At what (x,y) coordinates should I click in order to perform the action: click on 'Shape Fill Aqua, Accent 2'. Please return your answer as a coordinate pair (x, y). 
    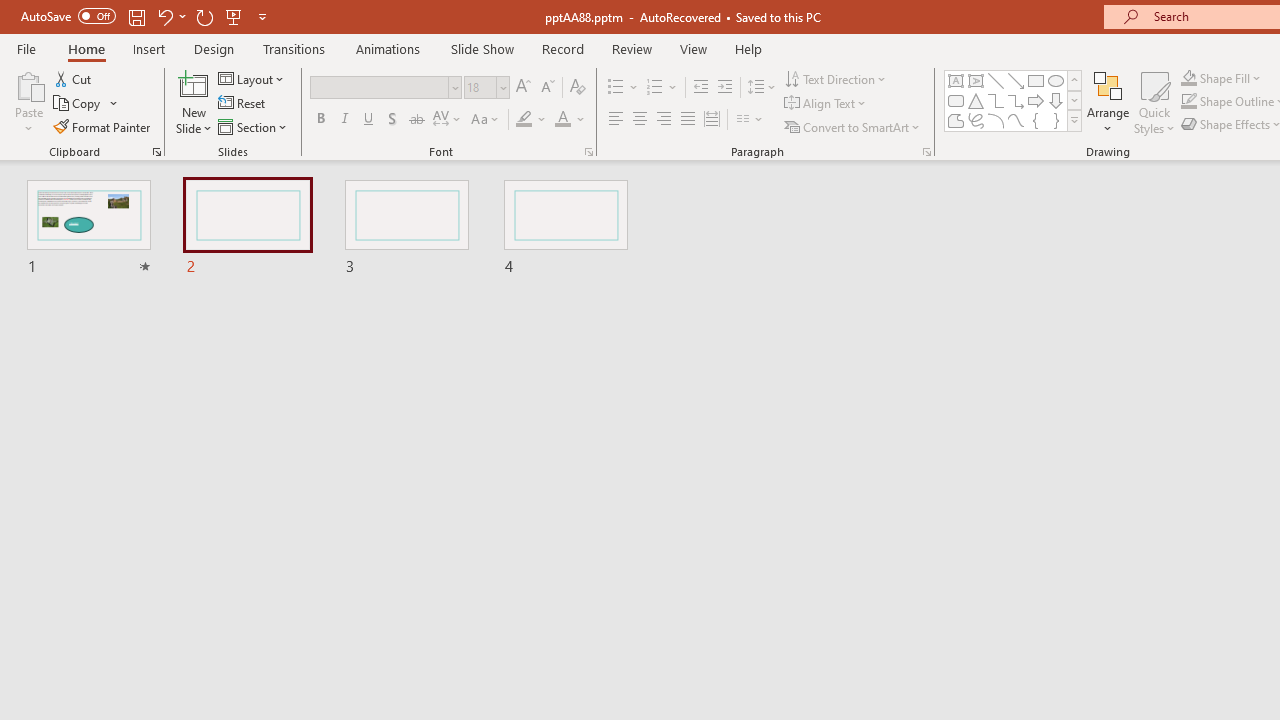
    Looking at the image, I should click on (1189, 77).